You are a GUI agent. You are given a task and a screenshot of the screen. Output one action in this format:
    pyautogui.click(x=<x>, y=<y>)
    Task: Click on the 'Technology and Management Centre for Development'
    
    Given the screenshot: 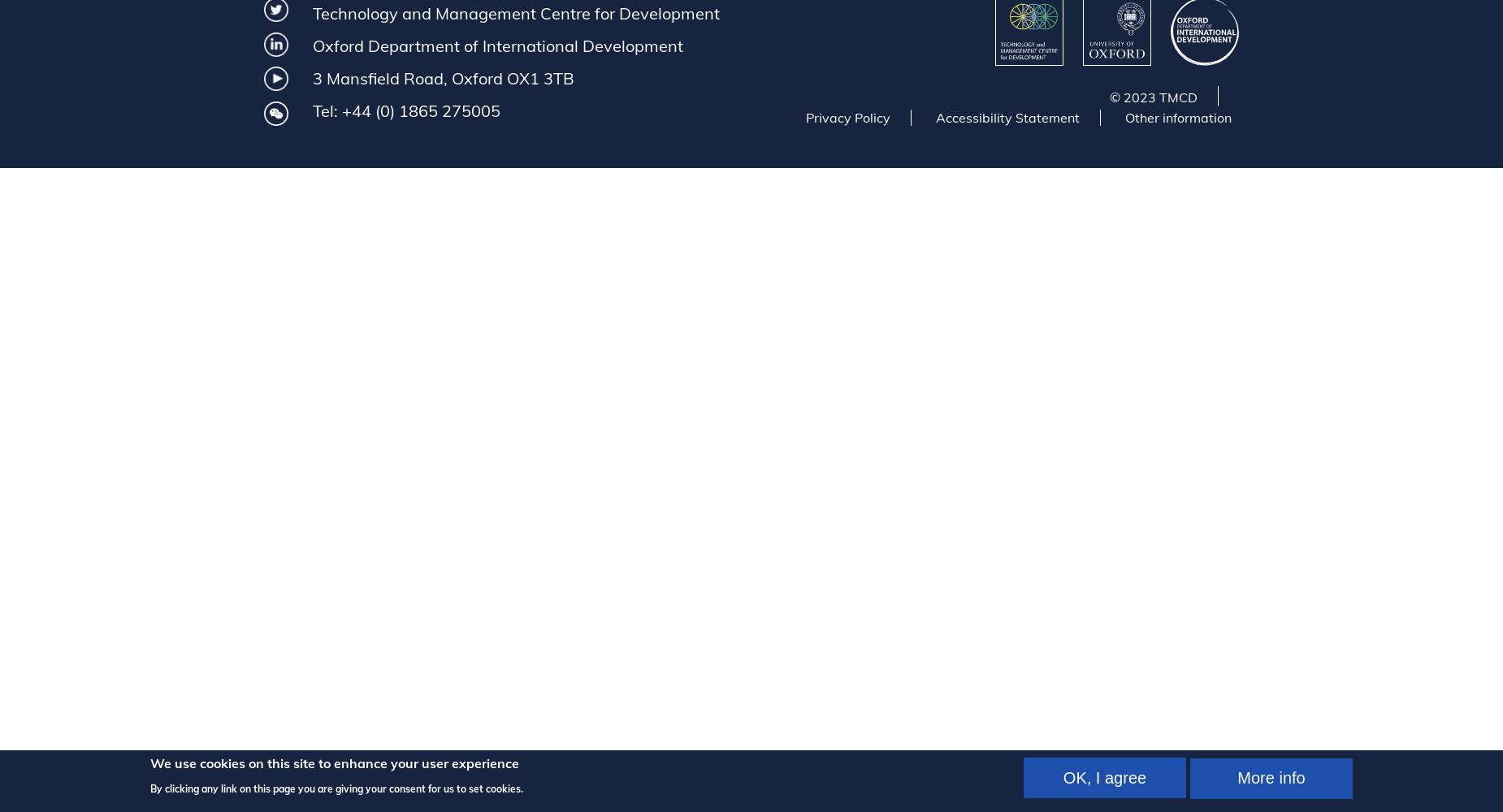 What is the action you would take?
    pyautogui.click(x=311, y=13)
    